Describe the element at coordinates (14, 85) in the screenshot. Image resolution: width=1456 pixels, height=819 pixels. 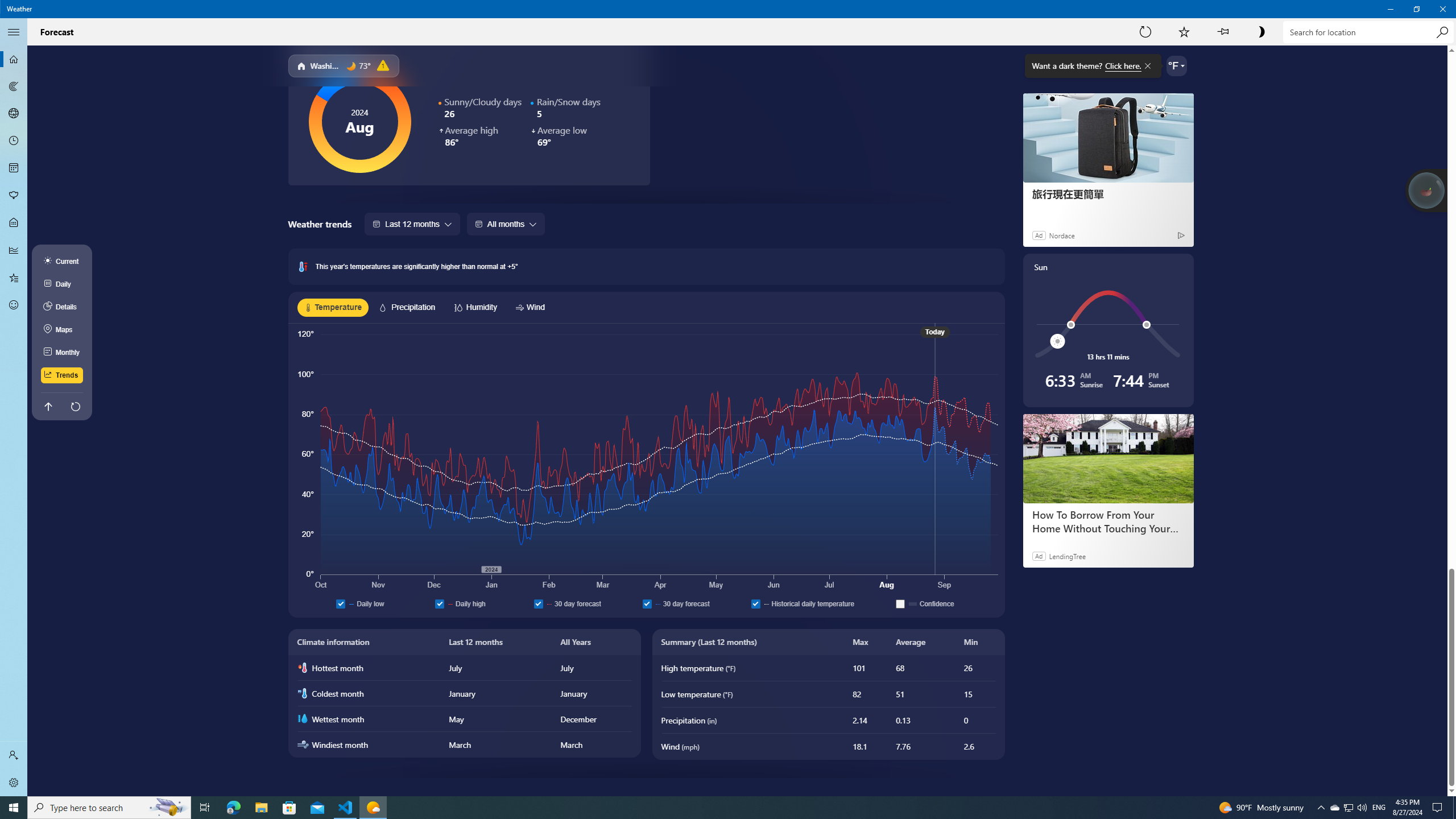
I see `'Maps - Not Selected'` at that location.